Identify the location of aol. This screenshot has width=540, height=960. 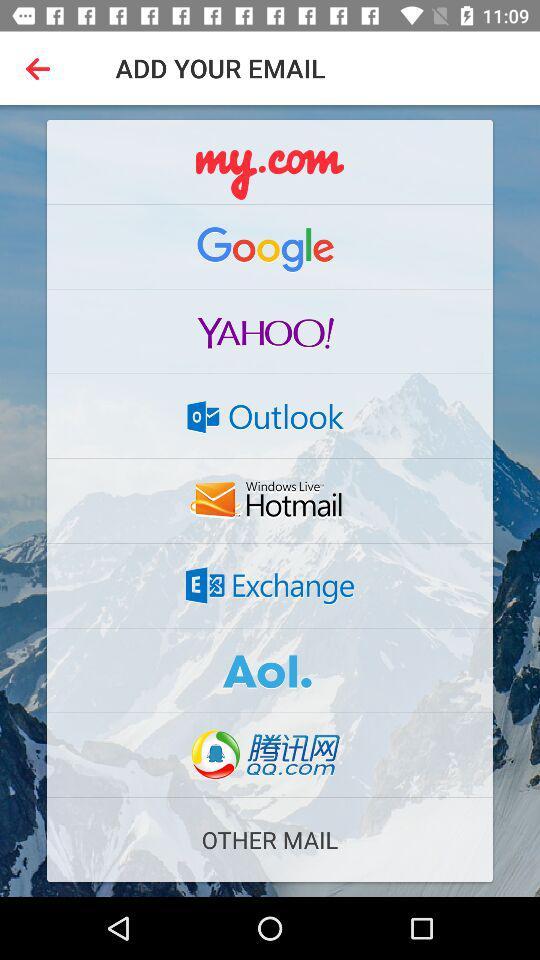
(270, 671).